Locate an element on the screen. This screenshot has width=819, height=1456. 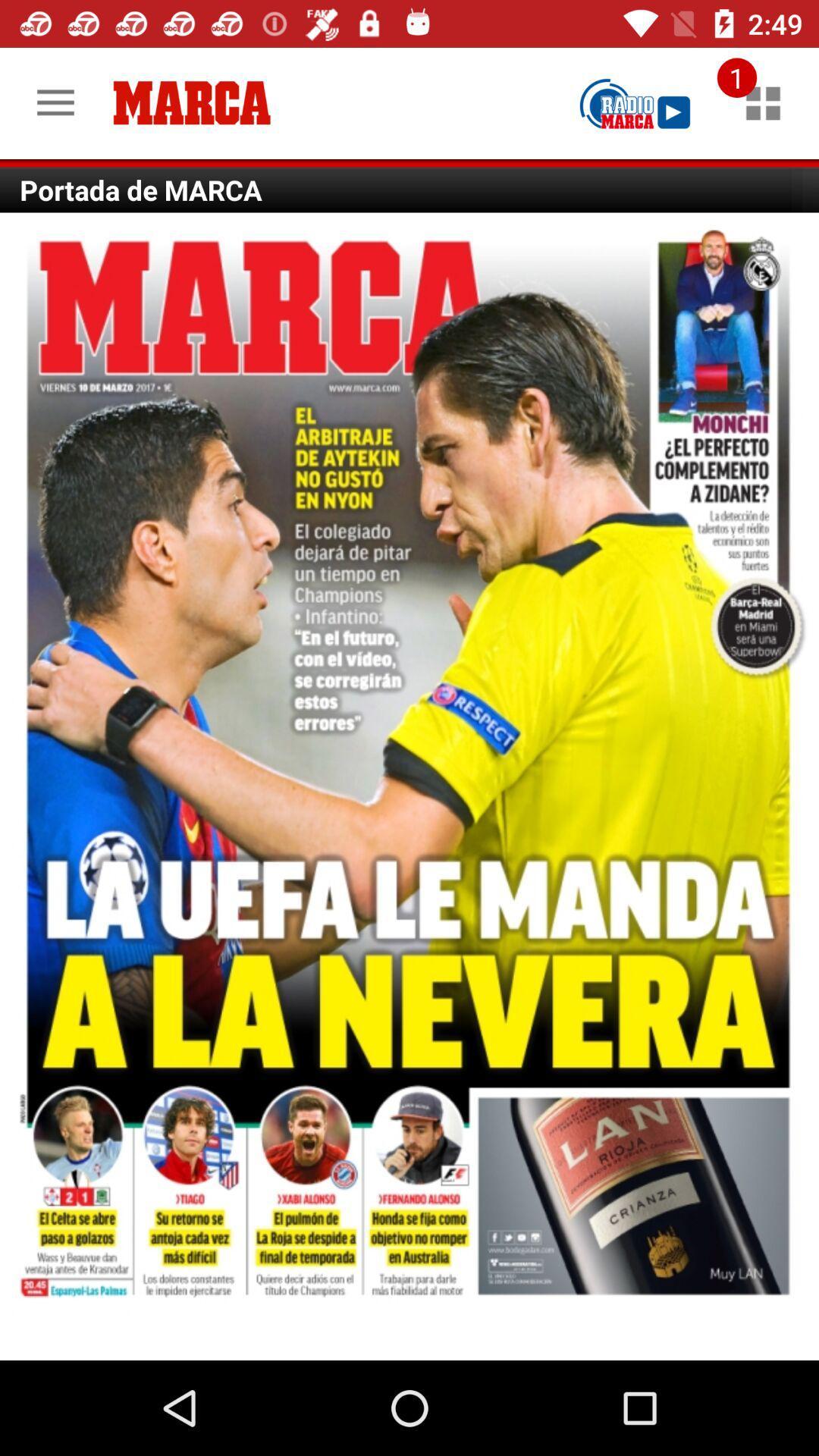
radio is located at coordinates (635, 102).